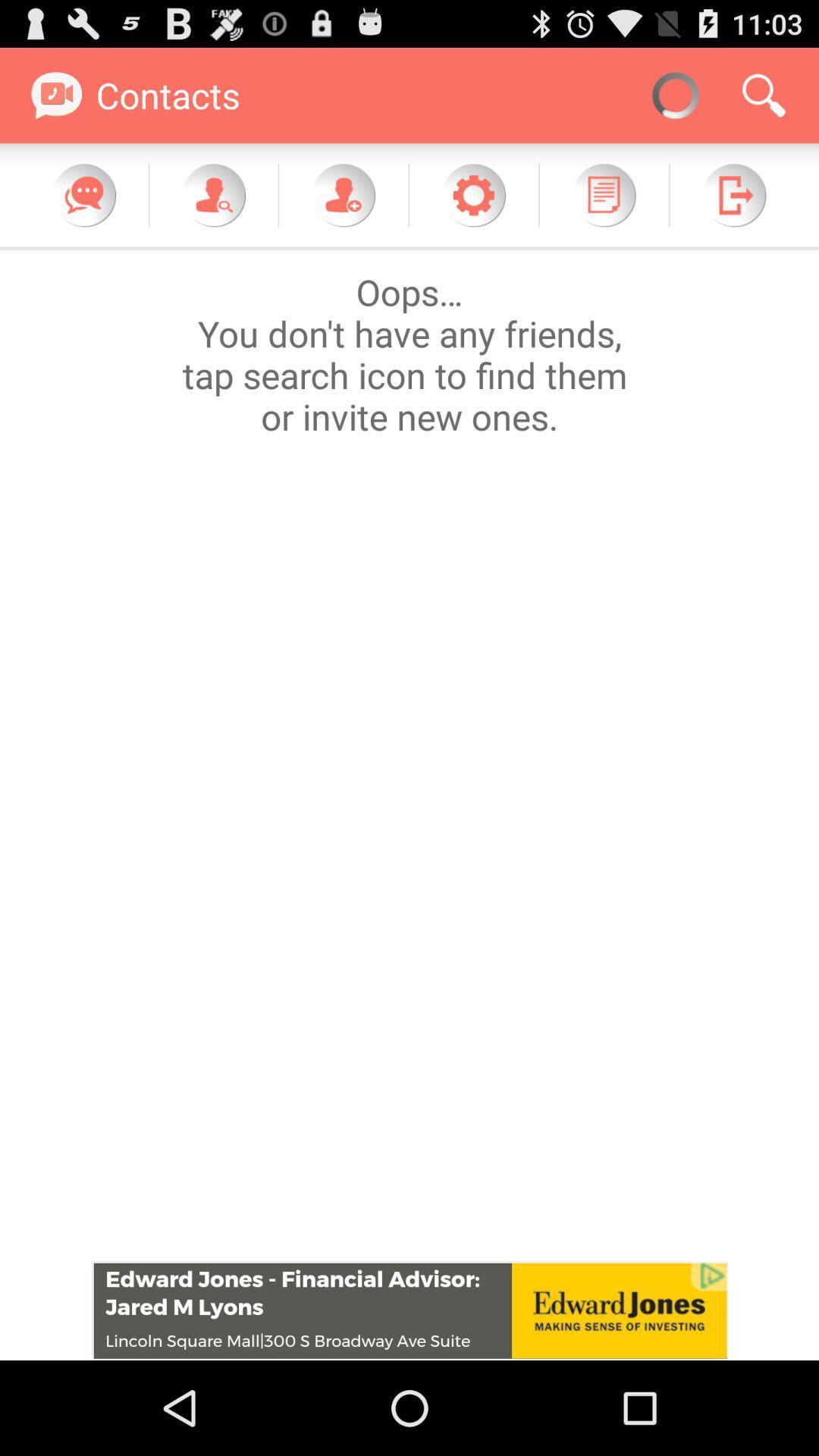 The width and height of the screenshot is (819, 1456). What do you see at coordinates (603, 194) in the screenshot?
I see `open notes` at bounding box center [603, 194].